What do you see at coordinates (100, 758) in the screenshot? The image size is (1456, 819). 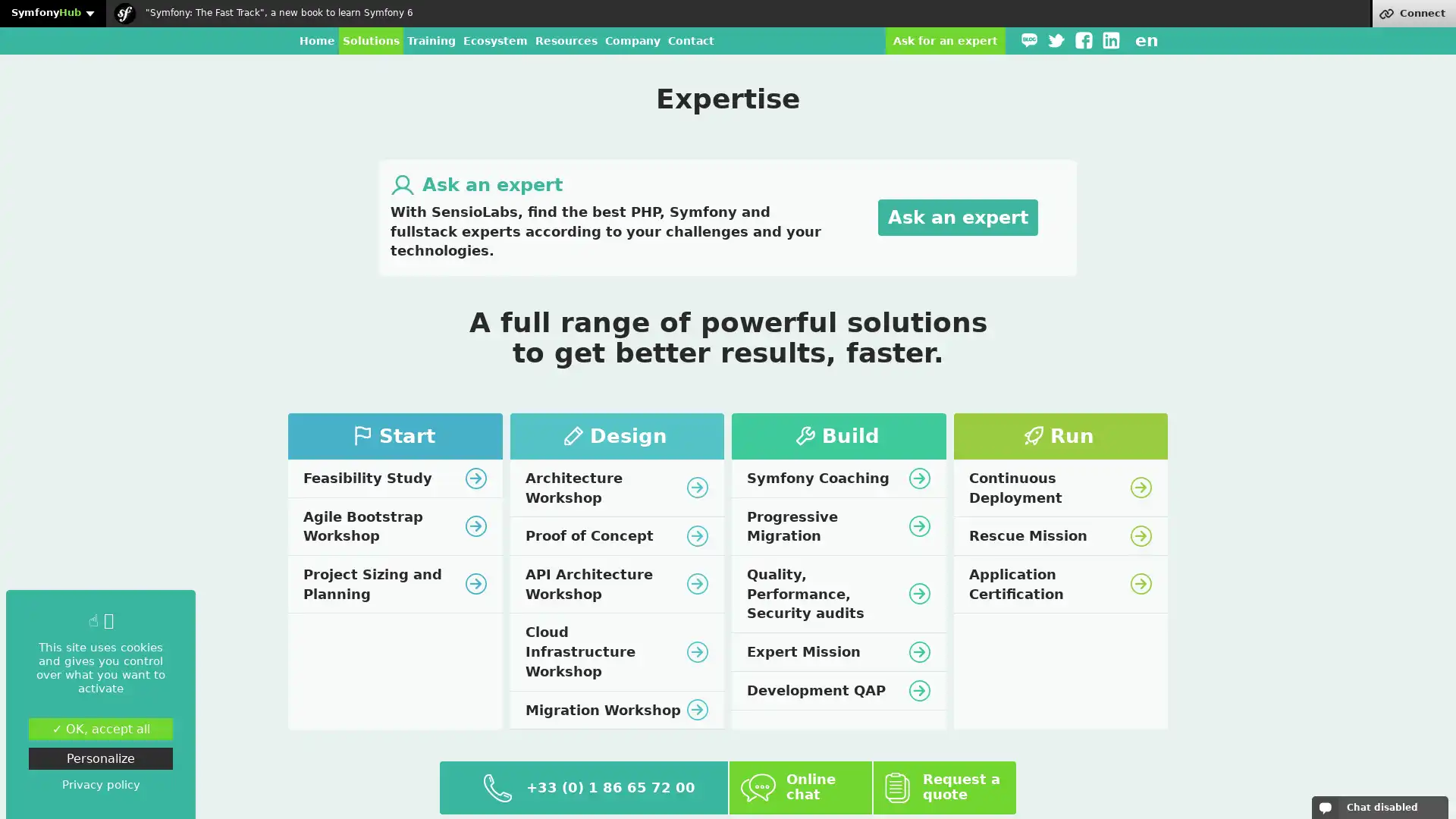 I see `Personalize` at bounding box center [100, 758].